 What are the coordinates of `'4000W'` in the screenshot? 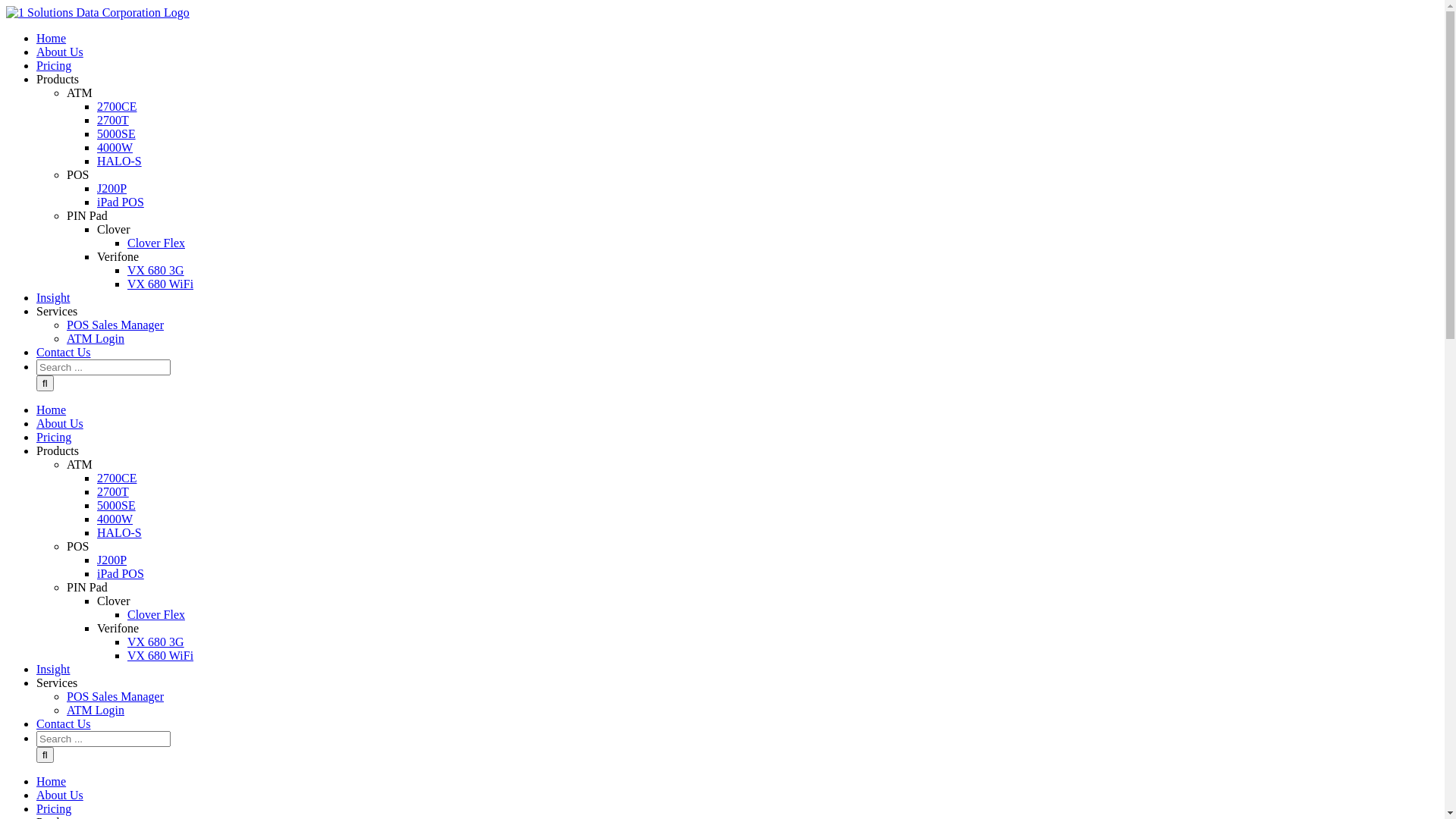 It's located at (114, 518).